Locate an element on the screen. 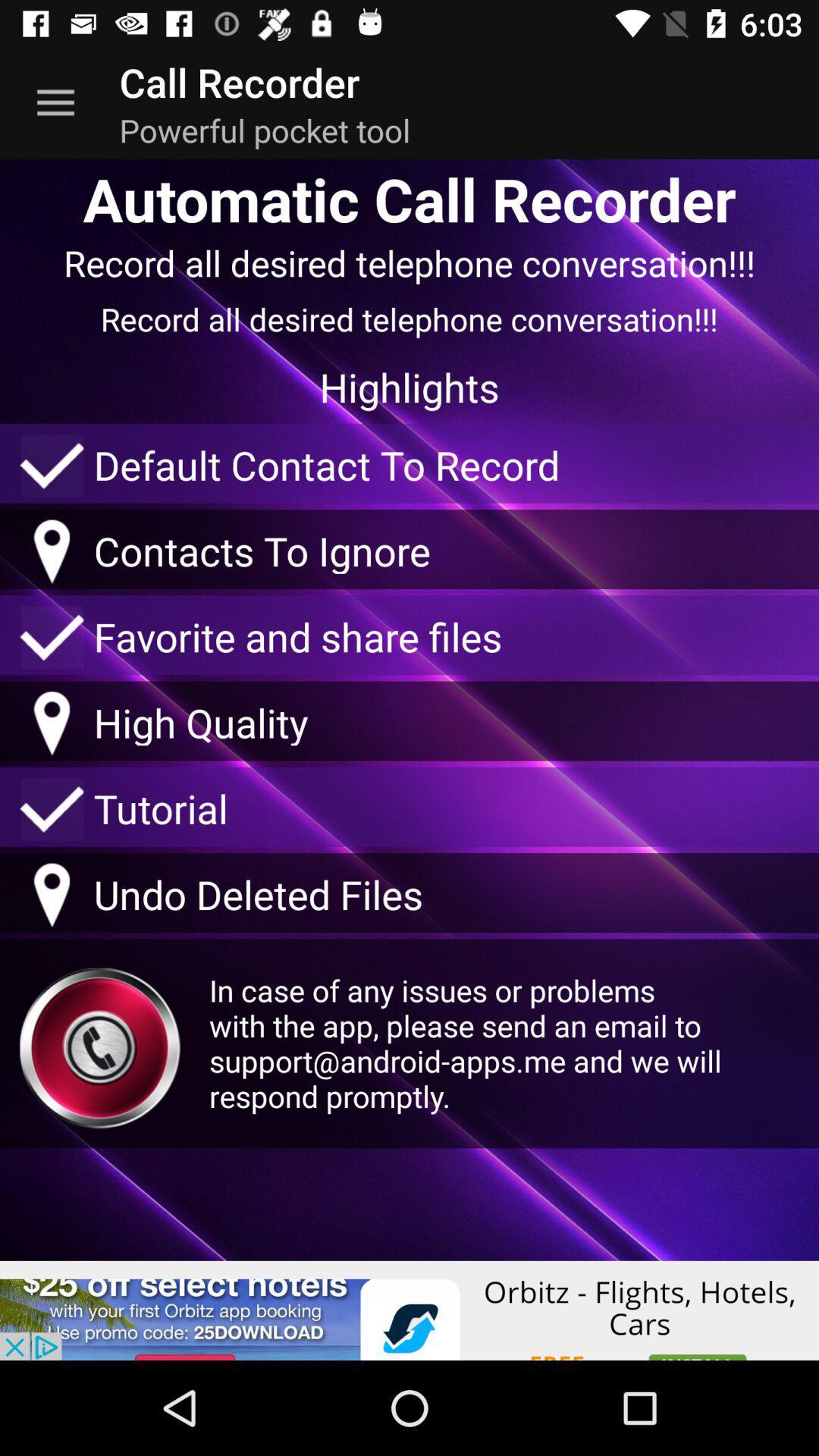 The image size is (819, 1456). interact with advertisement is located at coordinates (409, 1310).